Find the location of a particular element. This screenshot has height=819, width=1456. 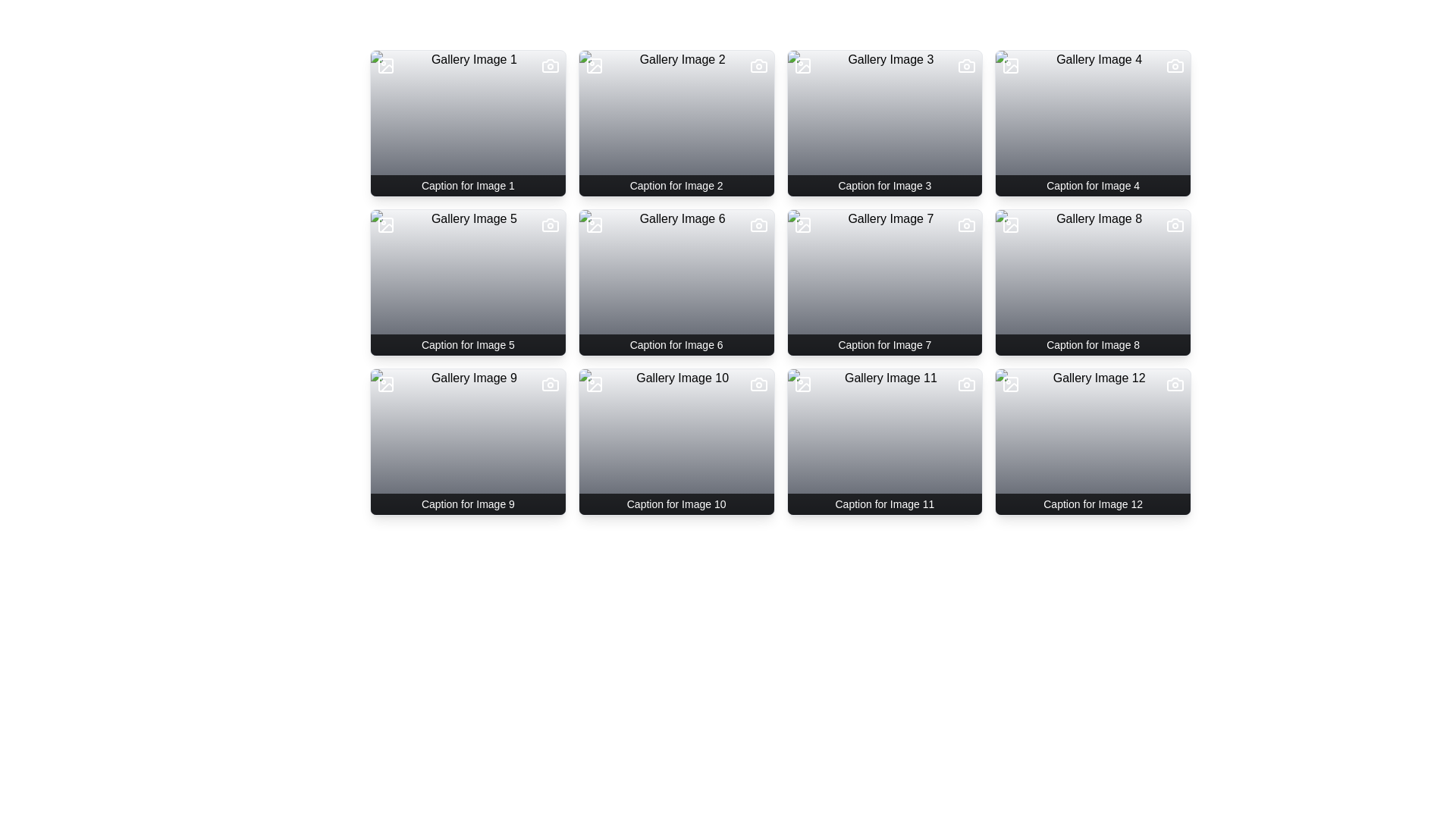

the small triangular-shaped icon located in the top-left corner of the image labeled 'Gallery Image 6' is located at coordinates (595, 228).